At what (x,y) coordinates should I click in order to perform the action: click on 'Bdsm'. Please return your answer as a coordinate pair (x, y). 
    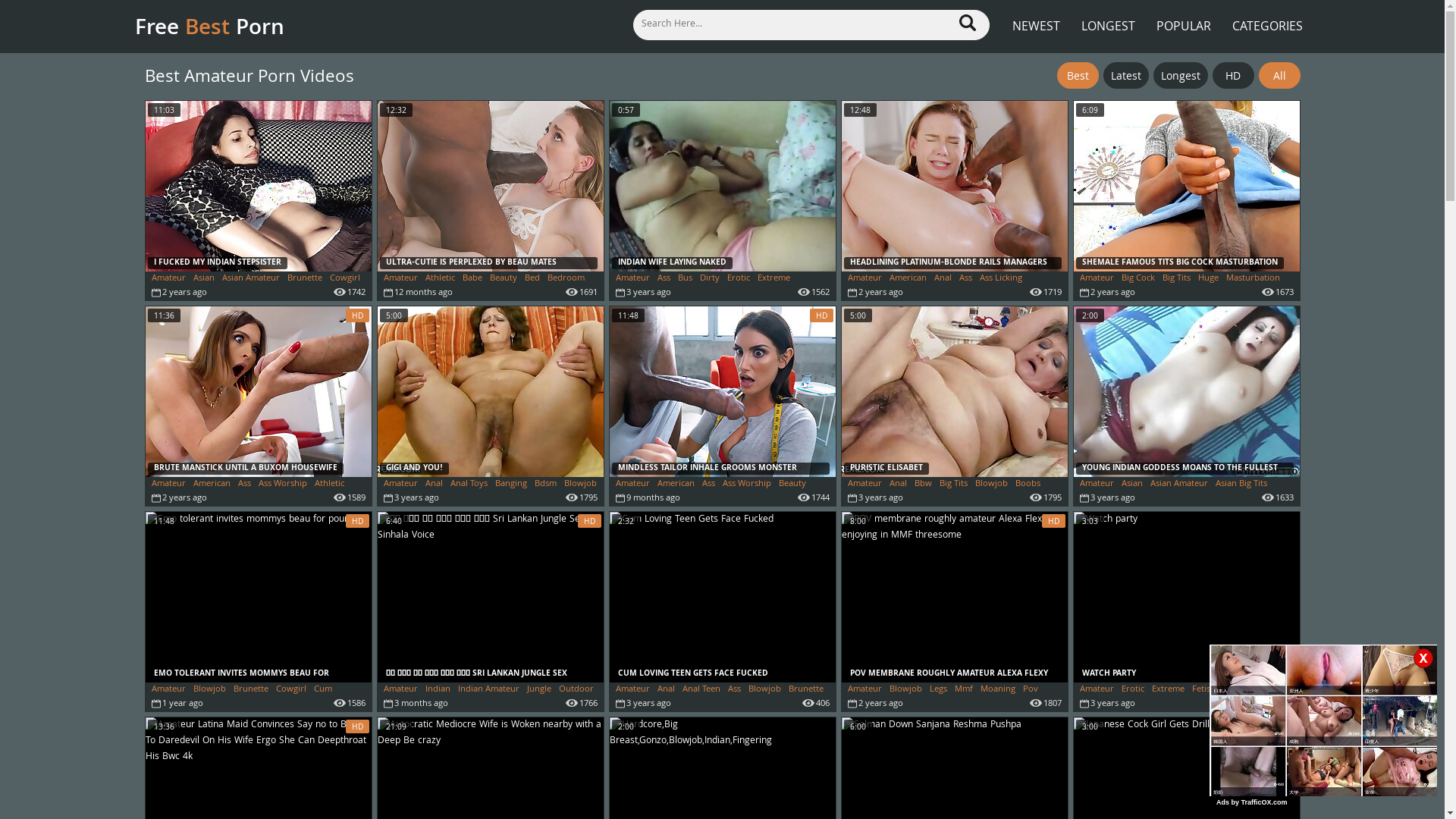
    Looking at the image, I should click on (534, 484).